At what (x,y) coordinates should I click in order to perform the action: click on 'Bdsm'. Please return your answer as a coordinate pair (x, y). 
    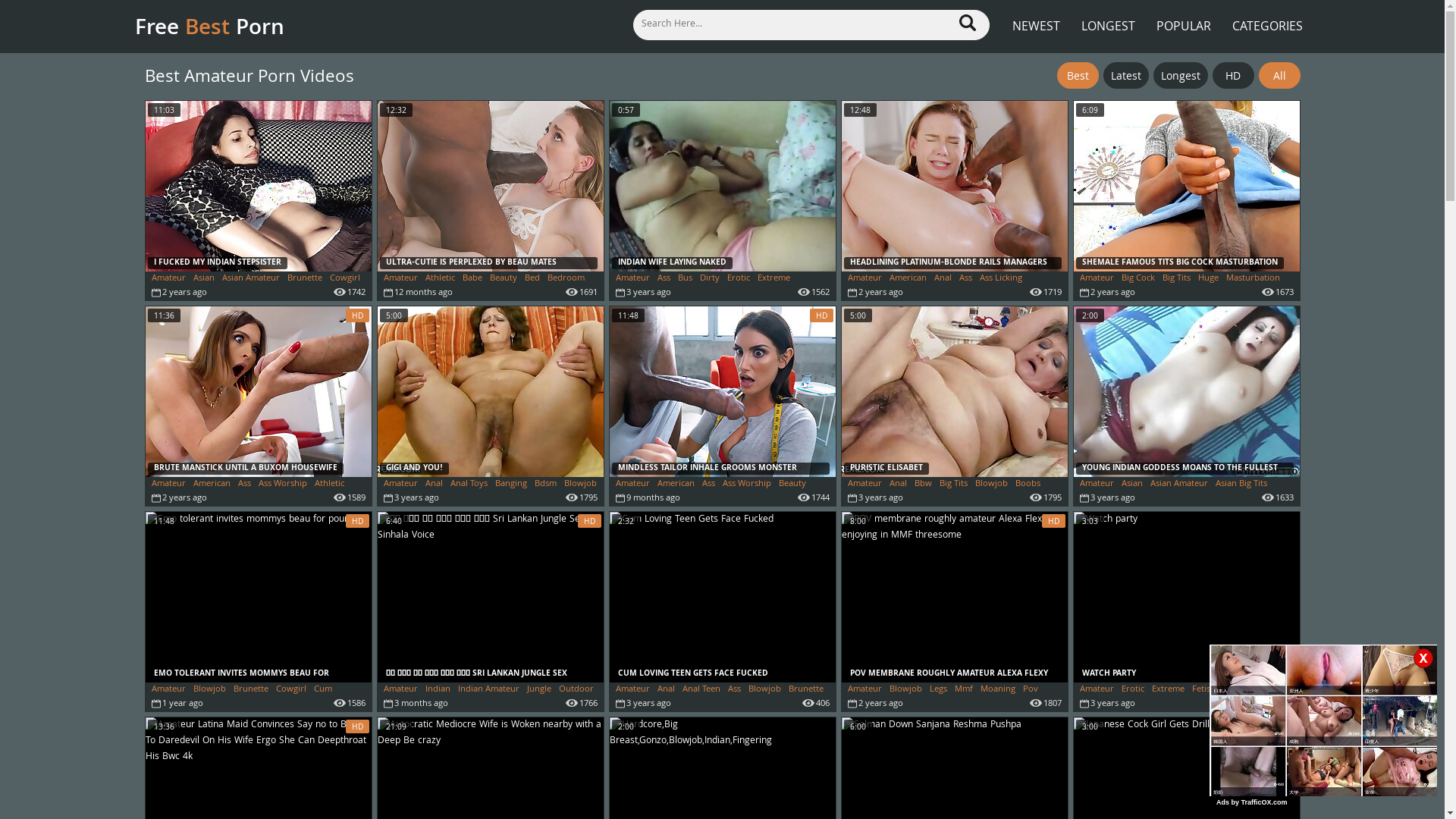
    Looking at the image, I should click on (534, 484).